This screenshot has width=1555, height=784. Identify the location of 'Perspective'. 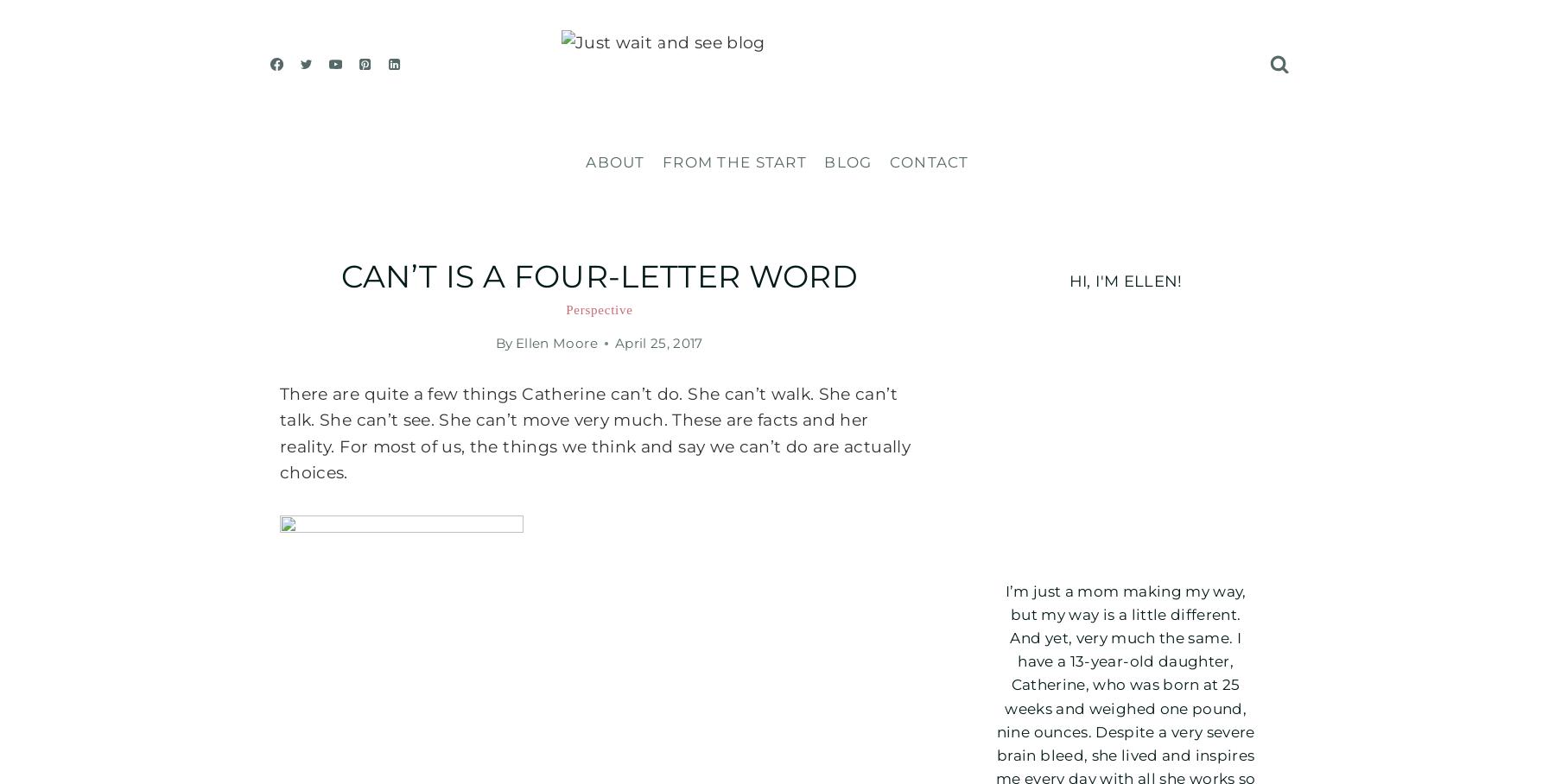
(598, 309).